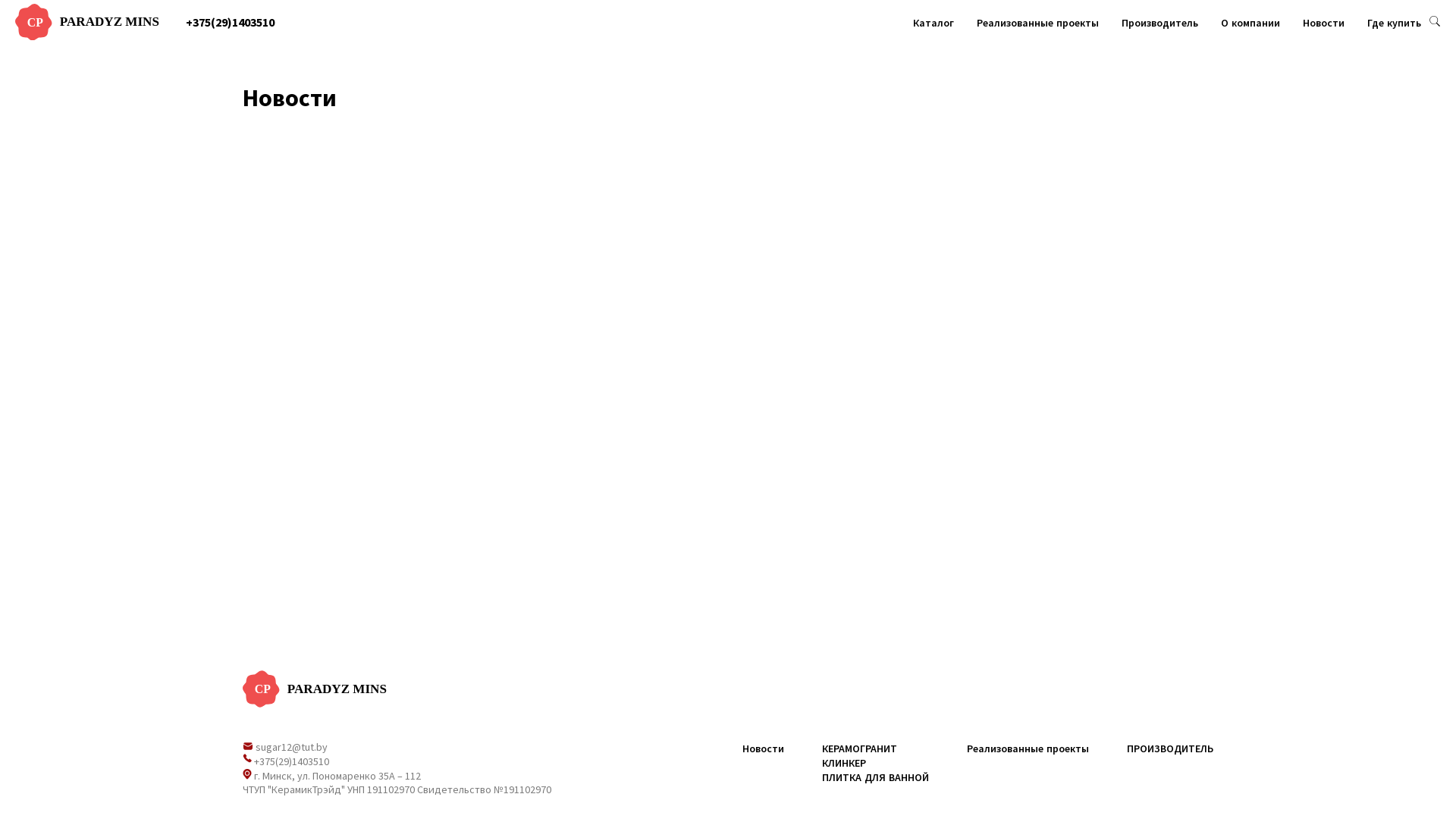 The height and width of the screenshot is (819, 1456). Describe the element at coordinates (291, 745) in the screenshot. I see `'sugar12@tut.by'` at that location.